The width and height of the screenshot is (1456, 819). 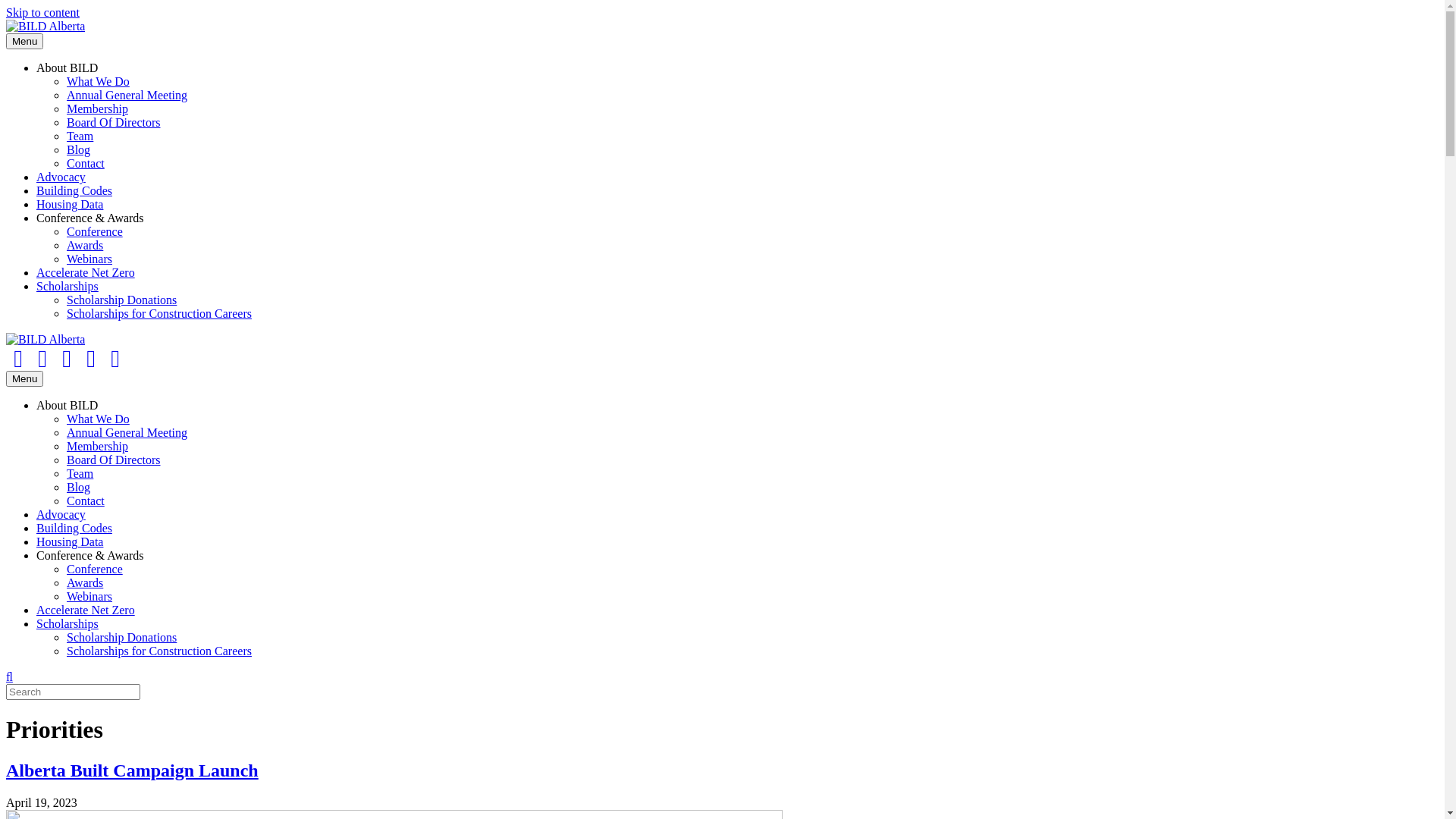 I want to click on 'Membership', so click(x=65, y=108).